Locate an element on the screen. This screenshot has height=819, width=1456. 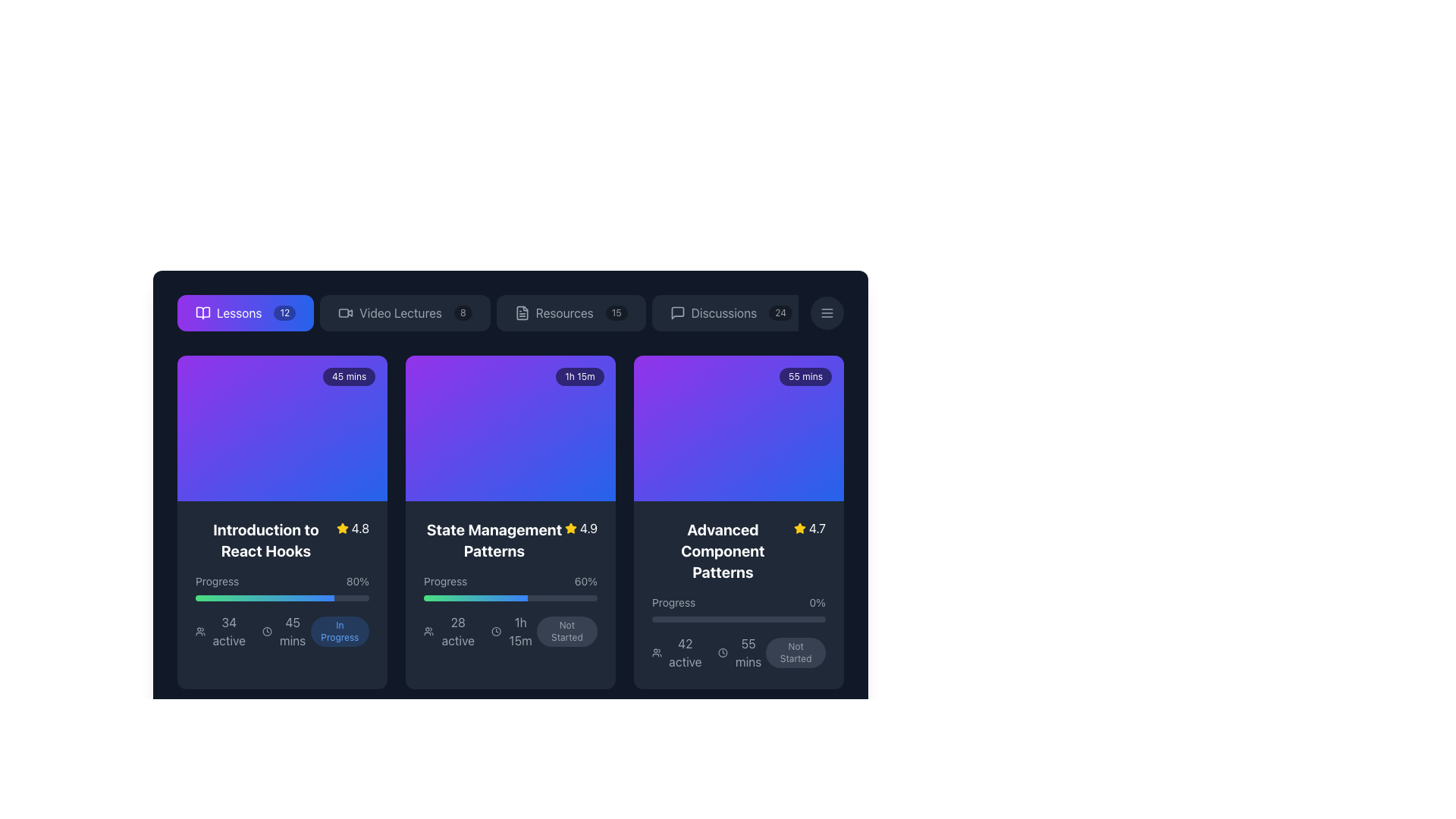
the playback button located at the center of the 'Introduction to React Hooks' card to activate hover effects is located at coordinates (282, 428).